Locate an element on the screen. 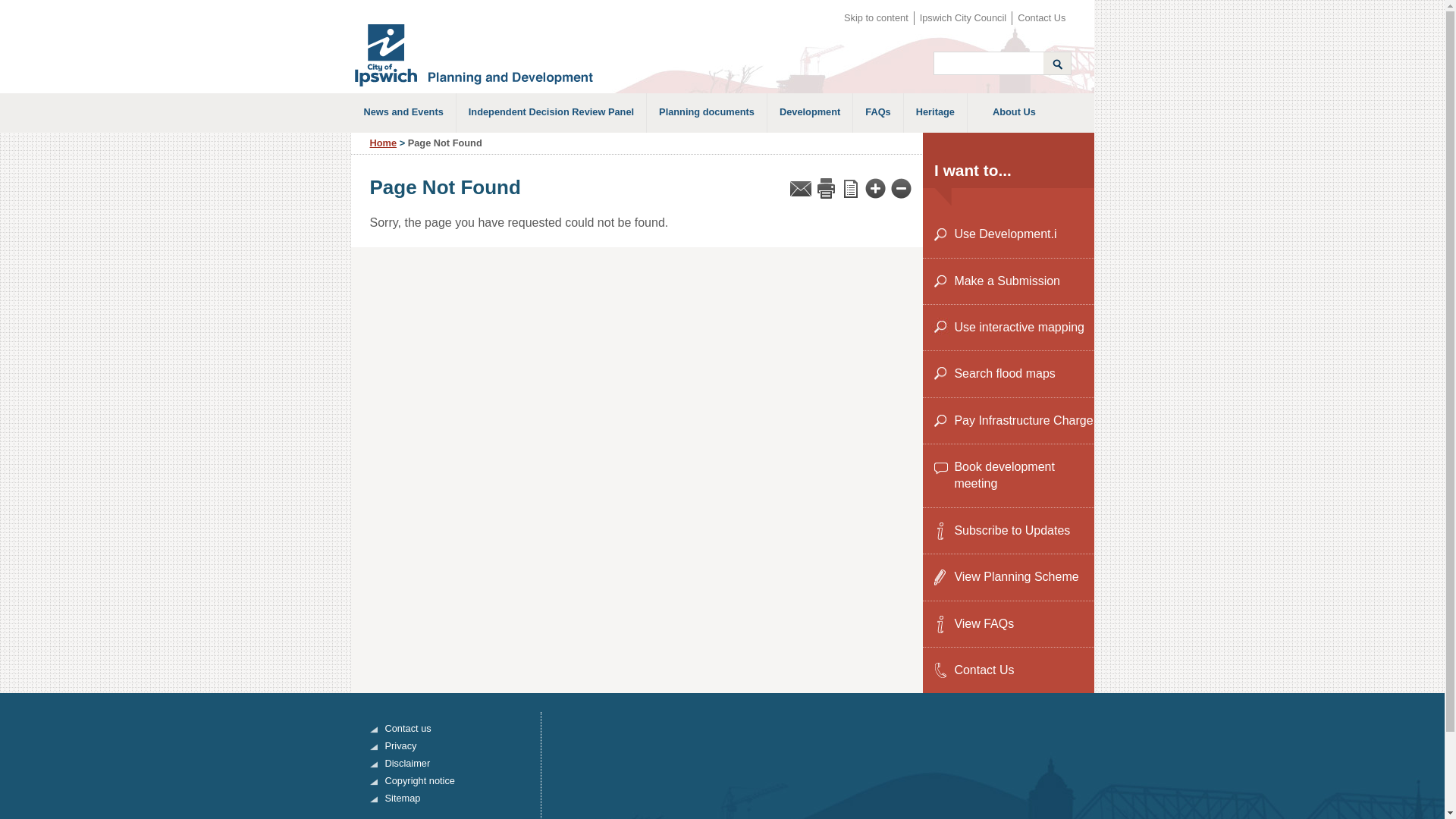 Image resolution: width=1456 pixels, height=819 pixels. 'Pay Infrastructure Charge' is located at coordinates (930, 421).